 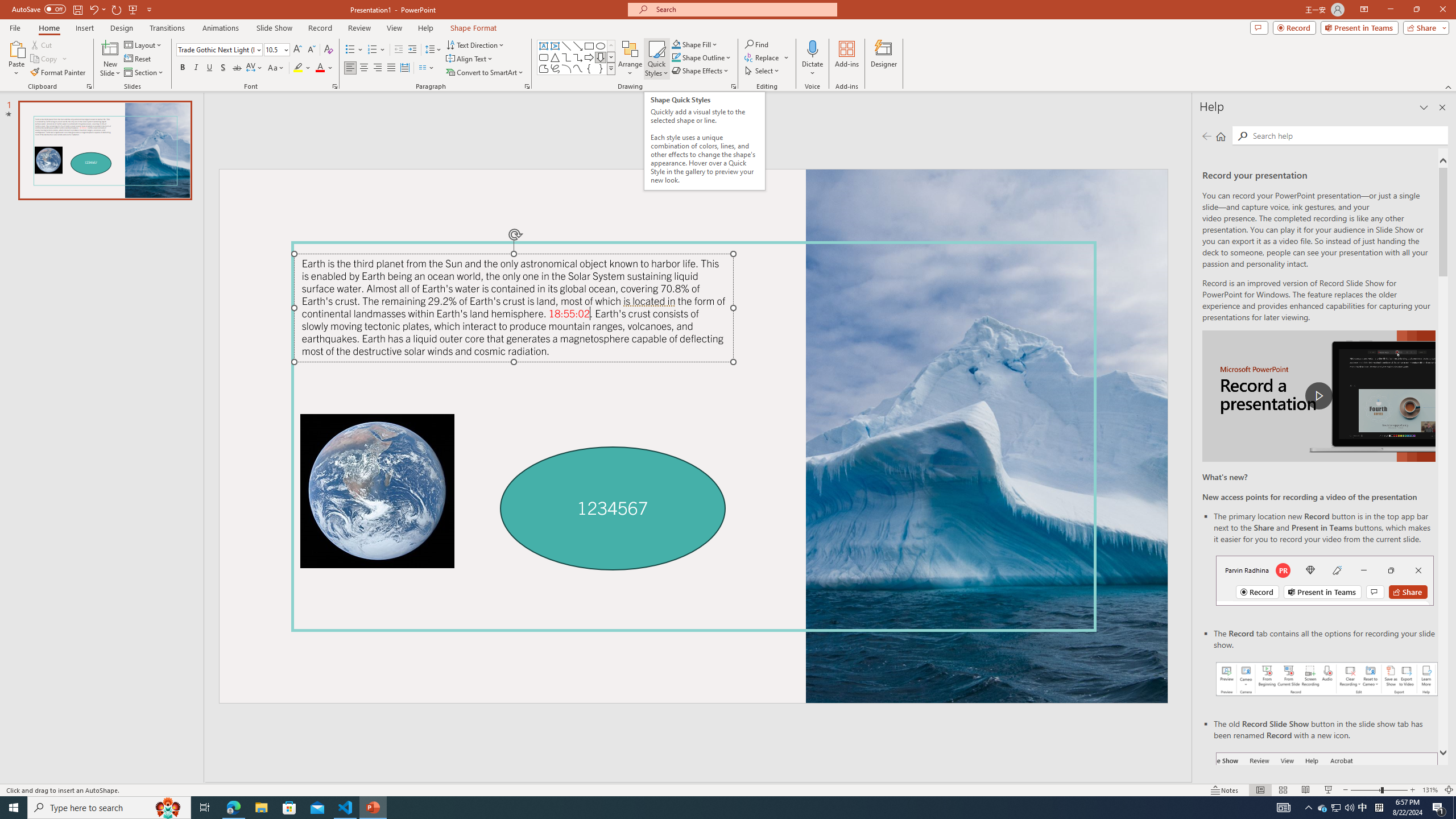 I want to click on 'Increase Font Size', so click(x=297, y=49).